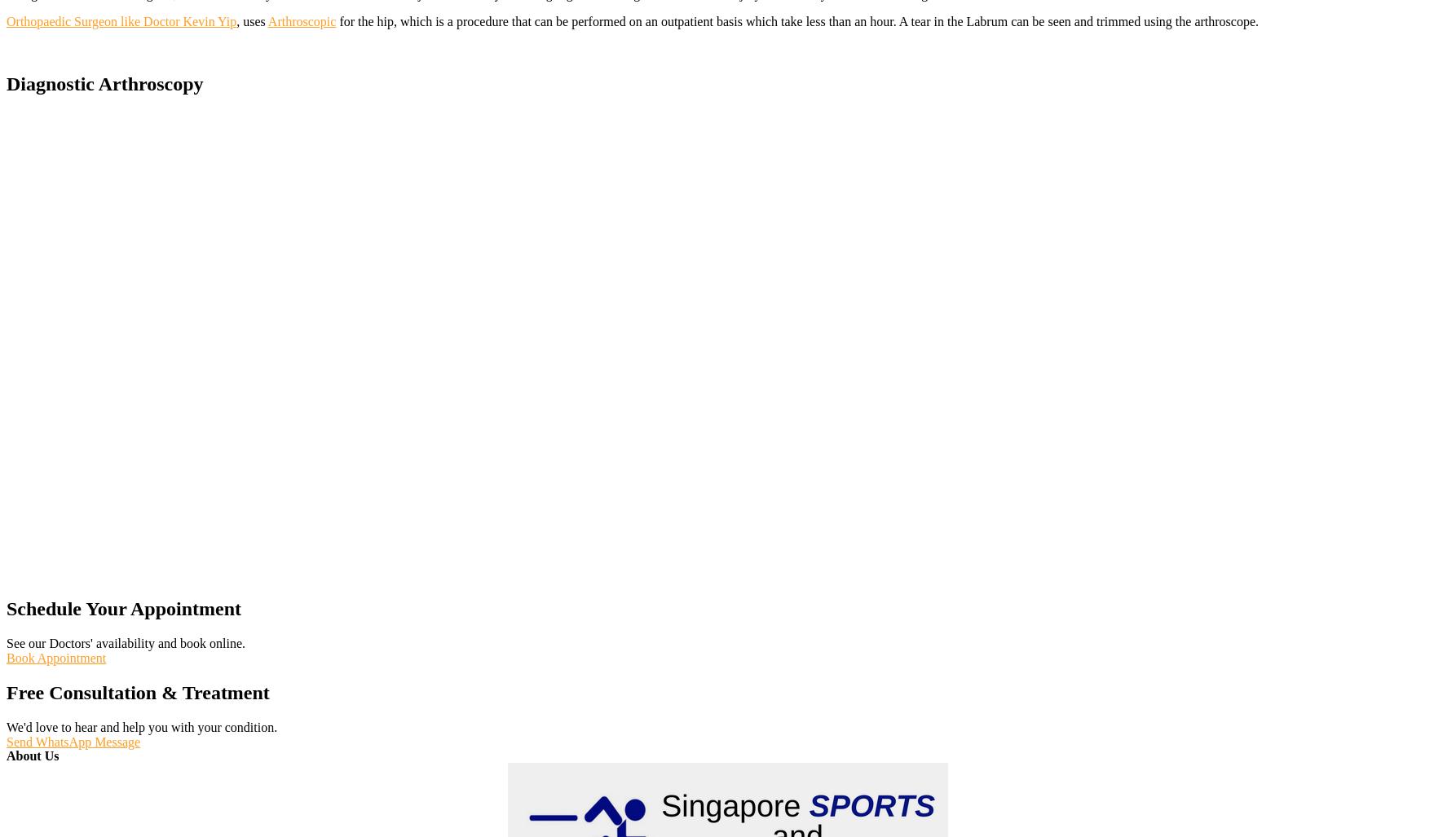 This screenshot has height=837, width=1456. I want to click on 'See our Doctors' availability and book online.', so click(125, 642).